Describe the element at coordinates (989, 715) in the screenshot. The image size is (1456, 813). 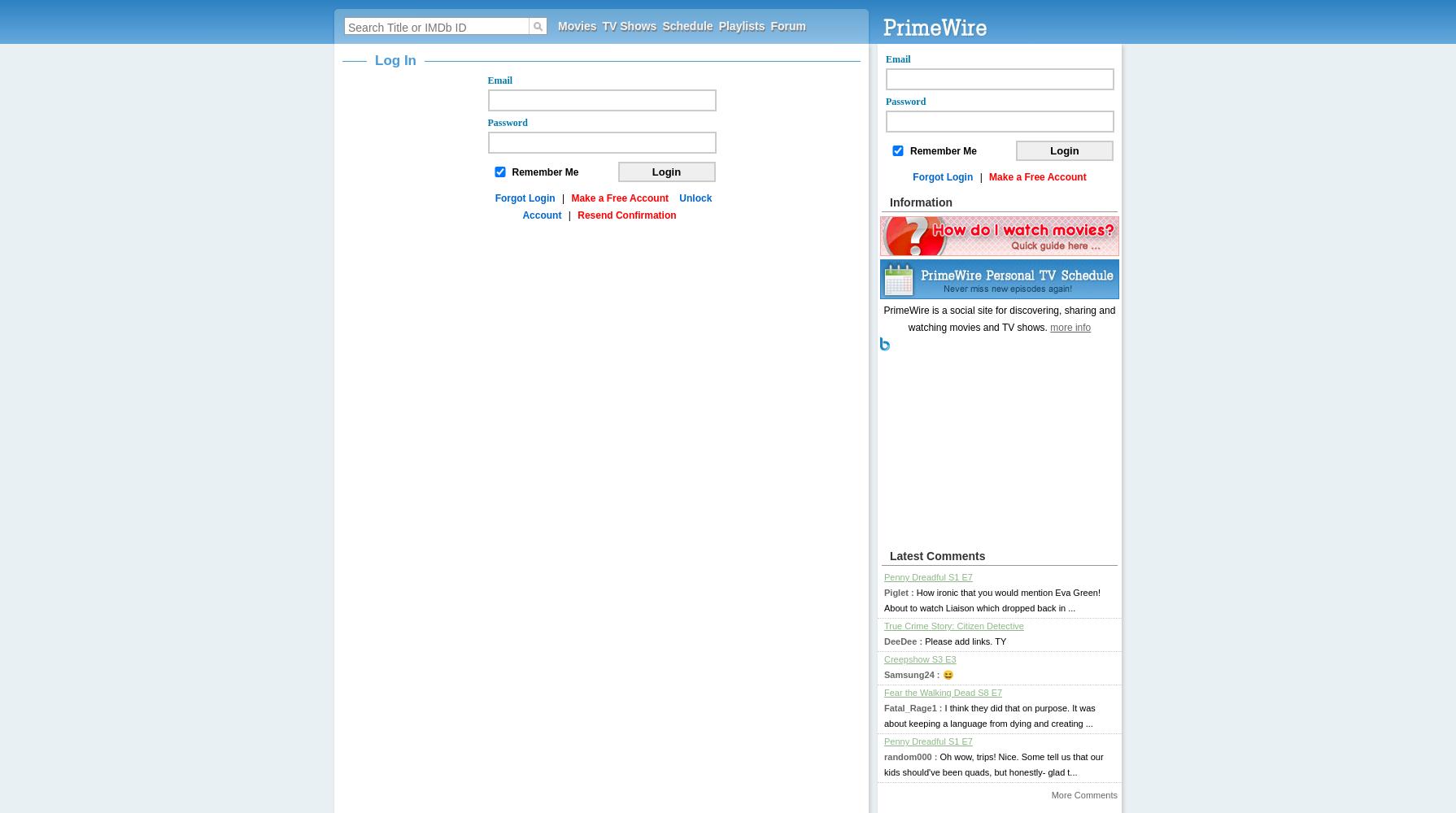
I see `'I think they did that on purpose. It was about keeping a language from dying and creating ...'` at that location.